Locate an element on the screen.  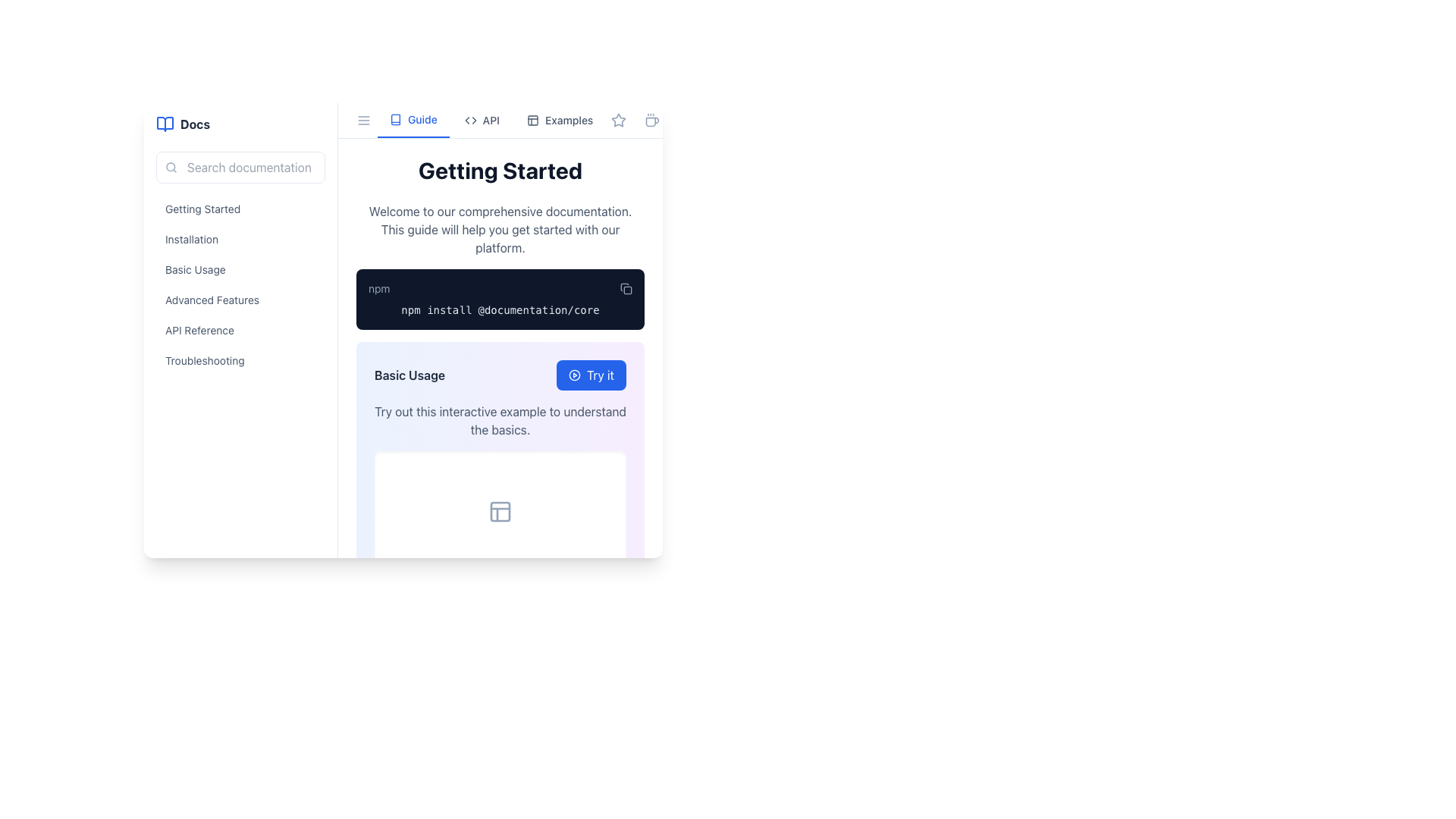
the copy icon button, which resembles a stack of two squares with rounded corners, located to the right of the 'npm' text in the top-right corner of a dark background rectangle is located at coordinates (626, 289).